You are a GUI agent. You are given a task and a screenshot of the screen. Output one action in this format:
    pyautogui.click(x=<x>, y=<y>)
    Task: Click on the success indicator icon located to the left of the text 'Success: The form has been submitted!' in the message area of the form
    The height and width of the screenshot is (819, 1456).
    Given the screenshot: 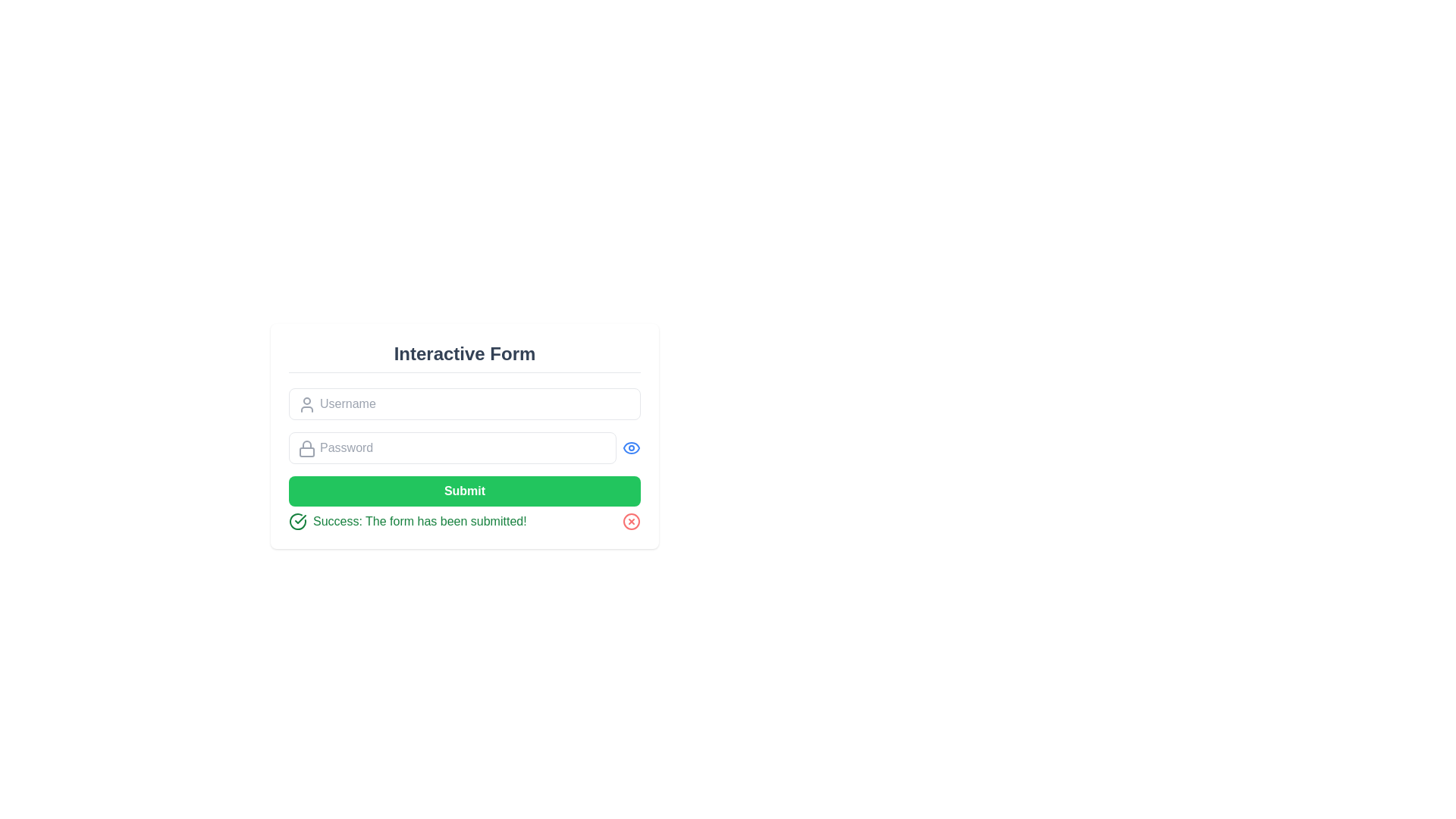 What is the action you would take?
    pyautogui.click(x=300, y=519)
    